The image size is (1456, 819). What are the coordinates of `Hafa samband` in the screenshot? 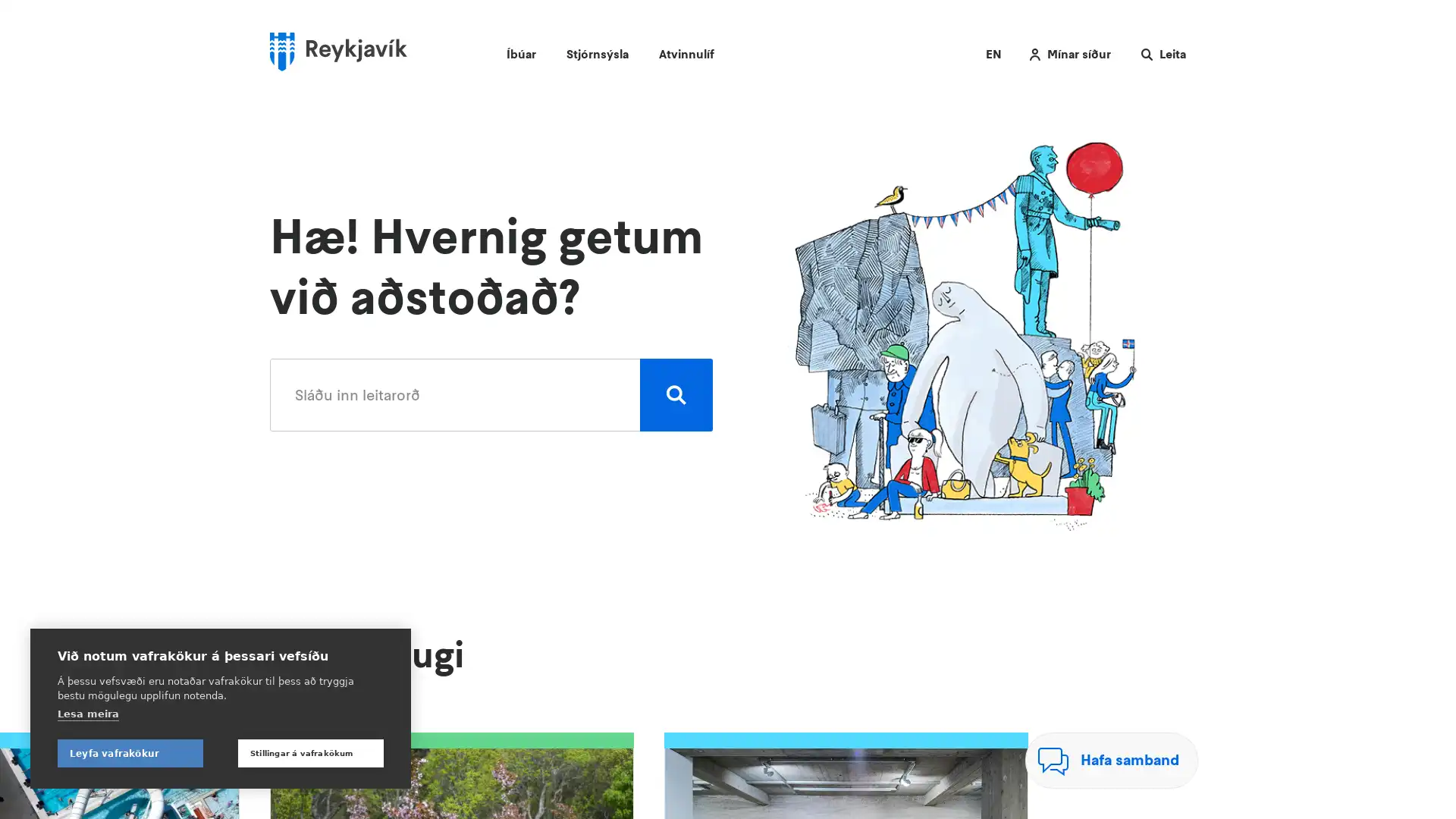 It's located at (1111, 760).